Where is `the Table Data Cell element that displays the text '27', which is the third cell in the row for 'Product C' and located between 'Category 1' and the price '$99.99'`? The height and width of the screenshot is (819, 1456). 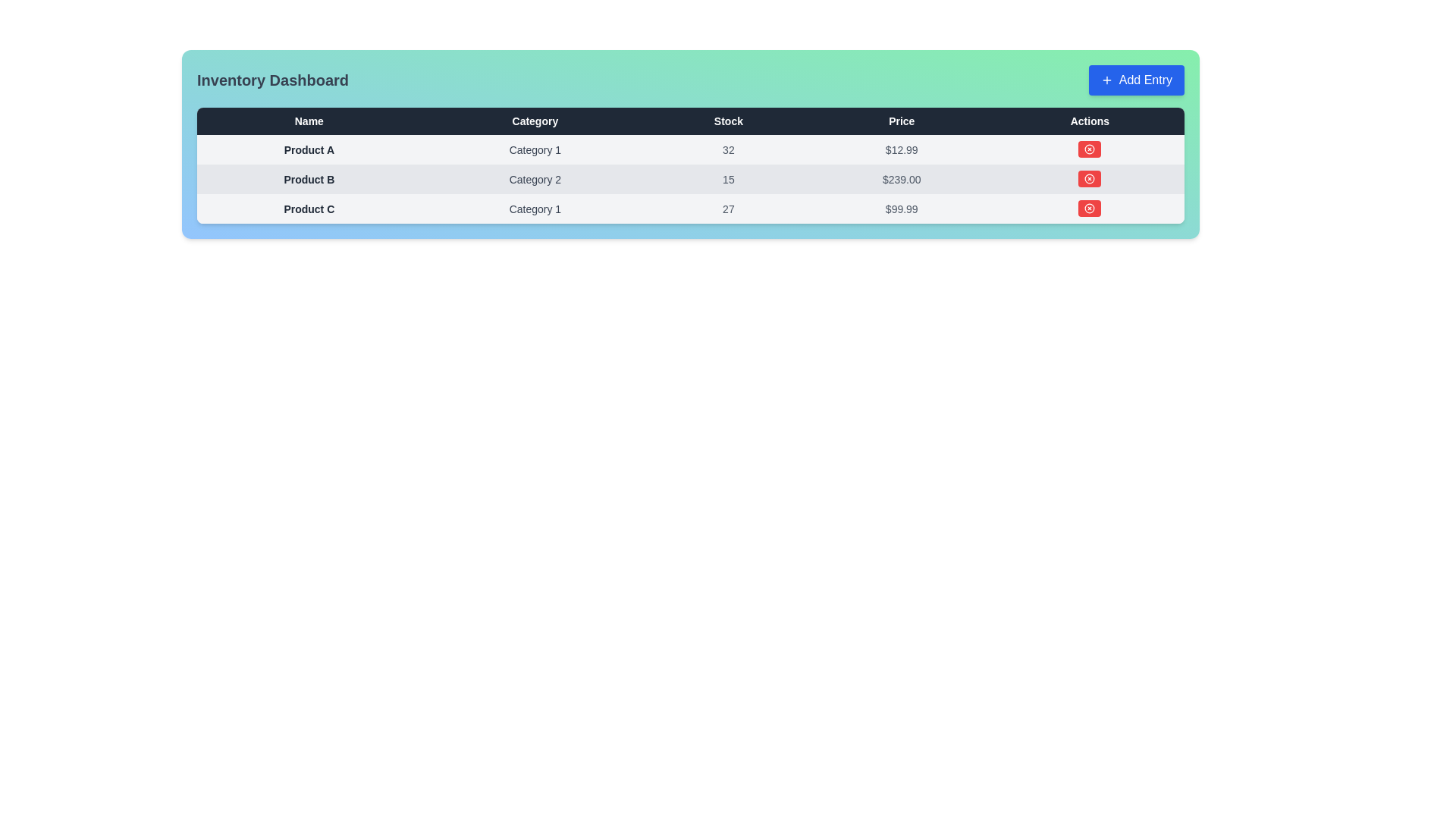 the Table Data Cell element that displays the text '27', which is the third cell in the row for 'Product C' and located between 'Category 1' and the price '$99.99' is located at coordinates (728, 209).